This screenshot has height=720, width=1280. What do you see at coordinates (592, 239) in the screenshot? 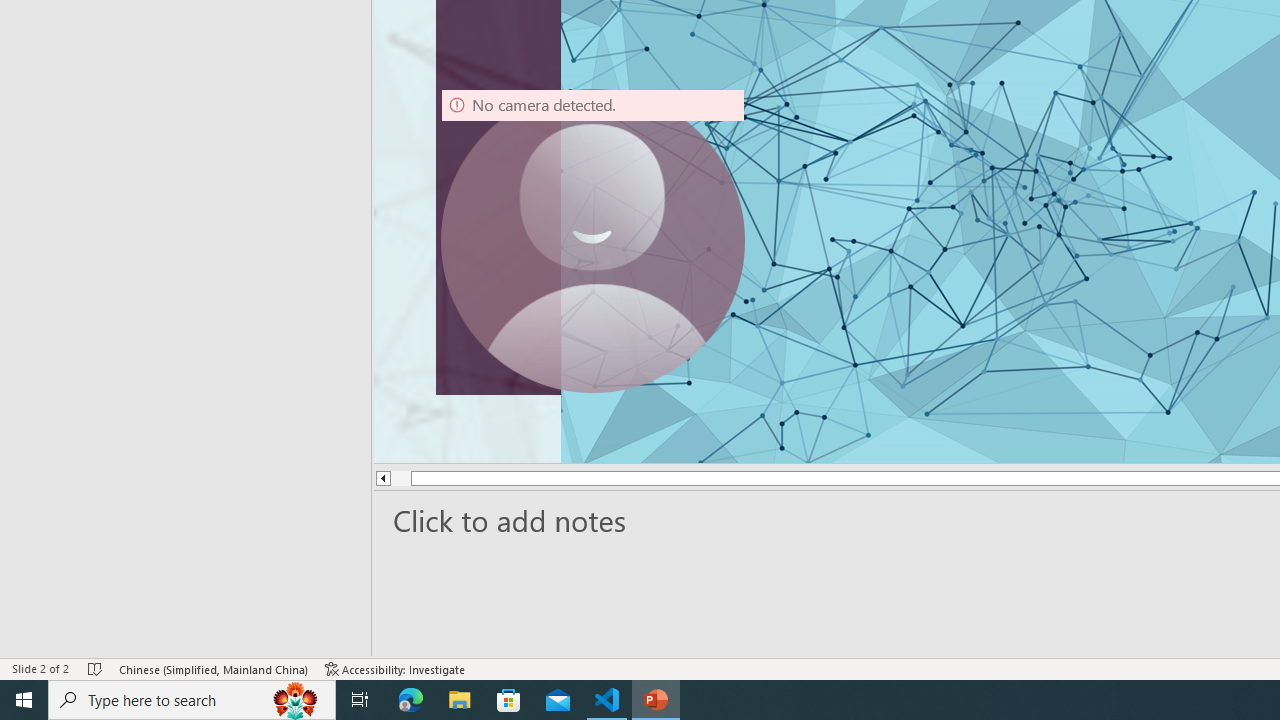
I see `'Camera 9, No camera detected.'` at bounding box center [592, 239].